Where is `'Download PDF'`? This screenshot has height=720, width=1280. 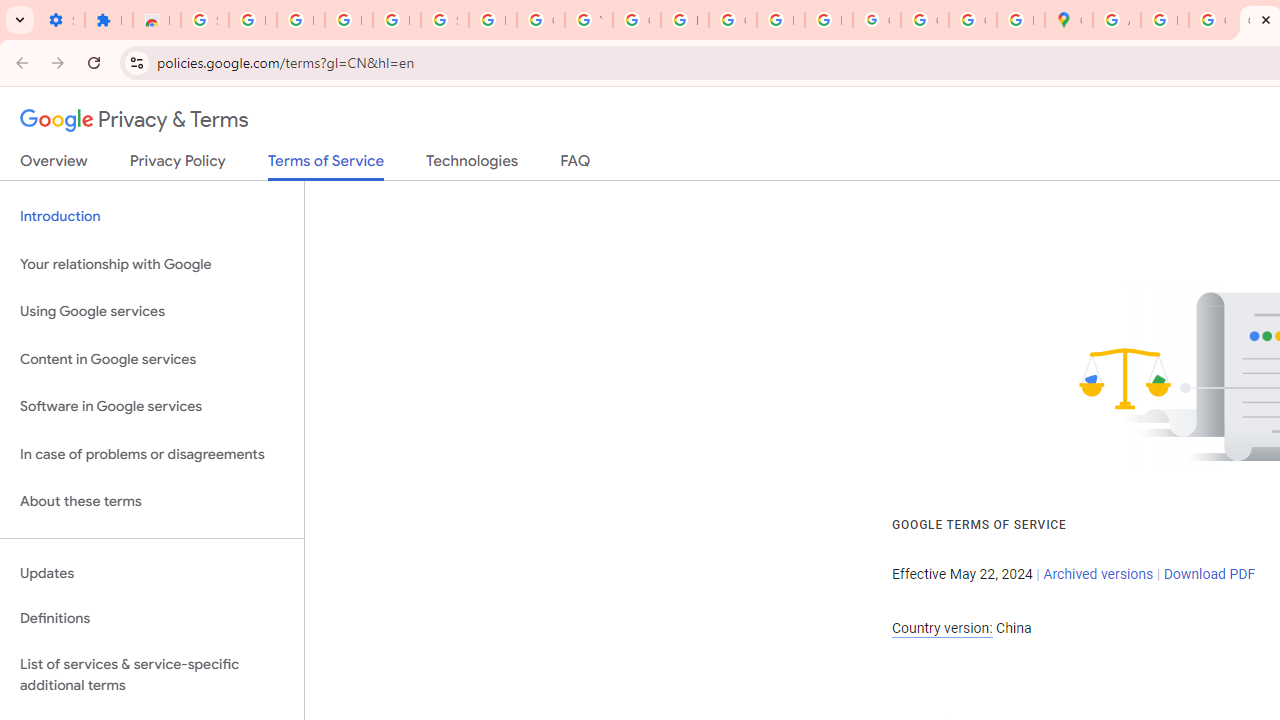
'Download PDF' is located at coordinates (1208, 574).